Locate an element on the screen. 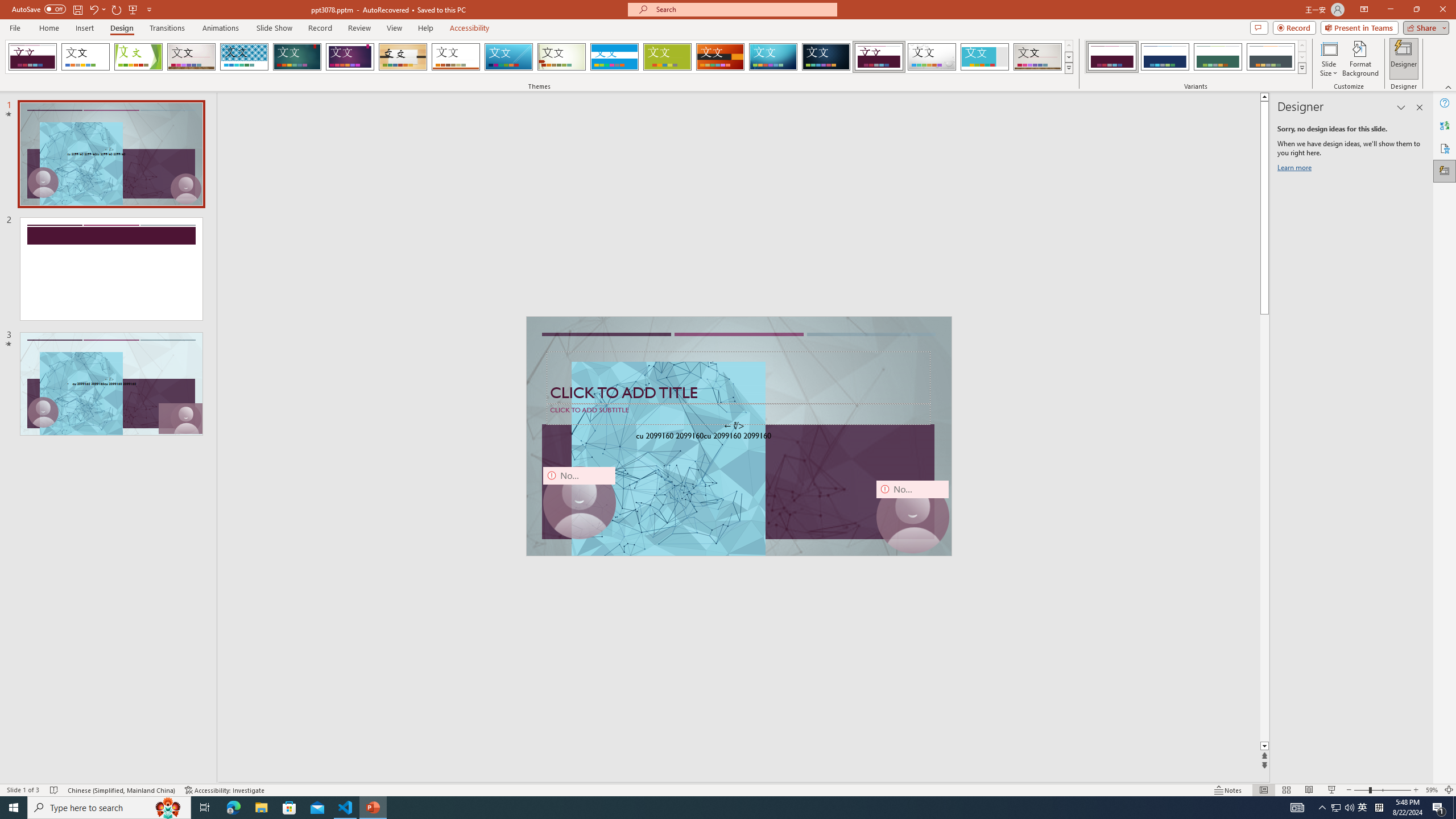 This screenshot has width=1456, height=819. 'Ion Boardroom' is located at coordinates (350, 56).